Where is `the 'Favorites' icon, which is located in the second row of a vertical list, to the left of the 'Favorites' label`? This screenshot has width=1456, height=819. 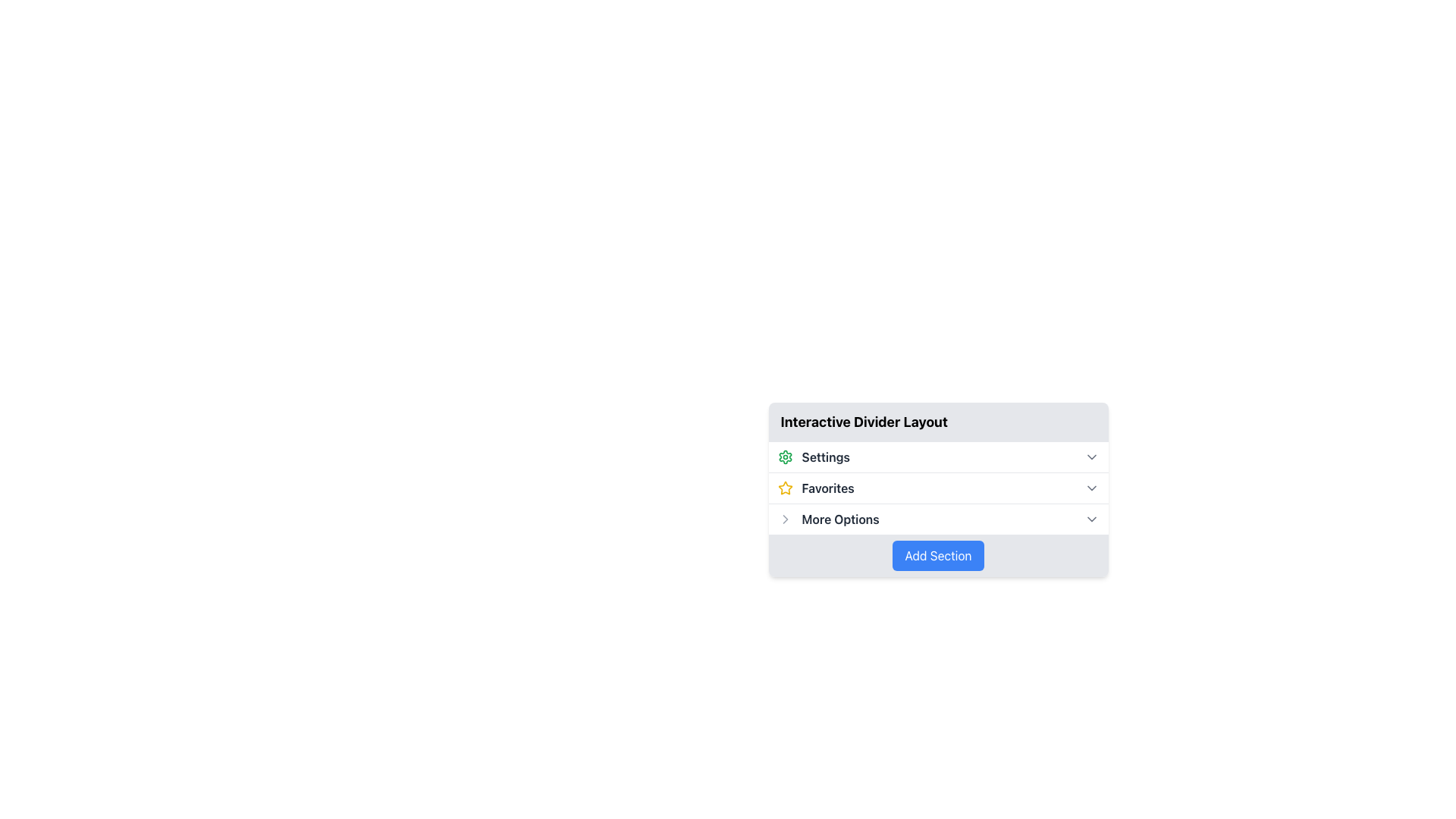
the 'Favorites' icon, which is located in the second row of a vertical list, to the left of the 'Favorites' label is located at coordinates (785, 488).